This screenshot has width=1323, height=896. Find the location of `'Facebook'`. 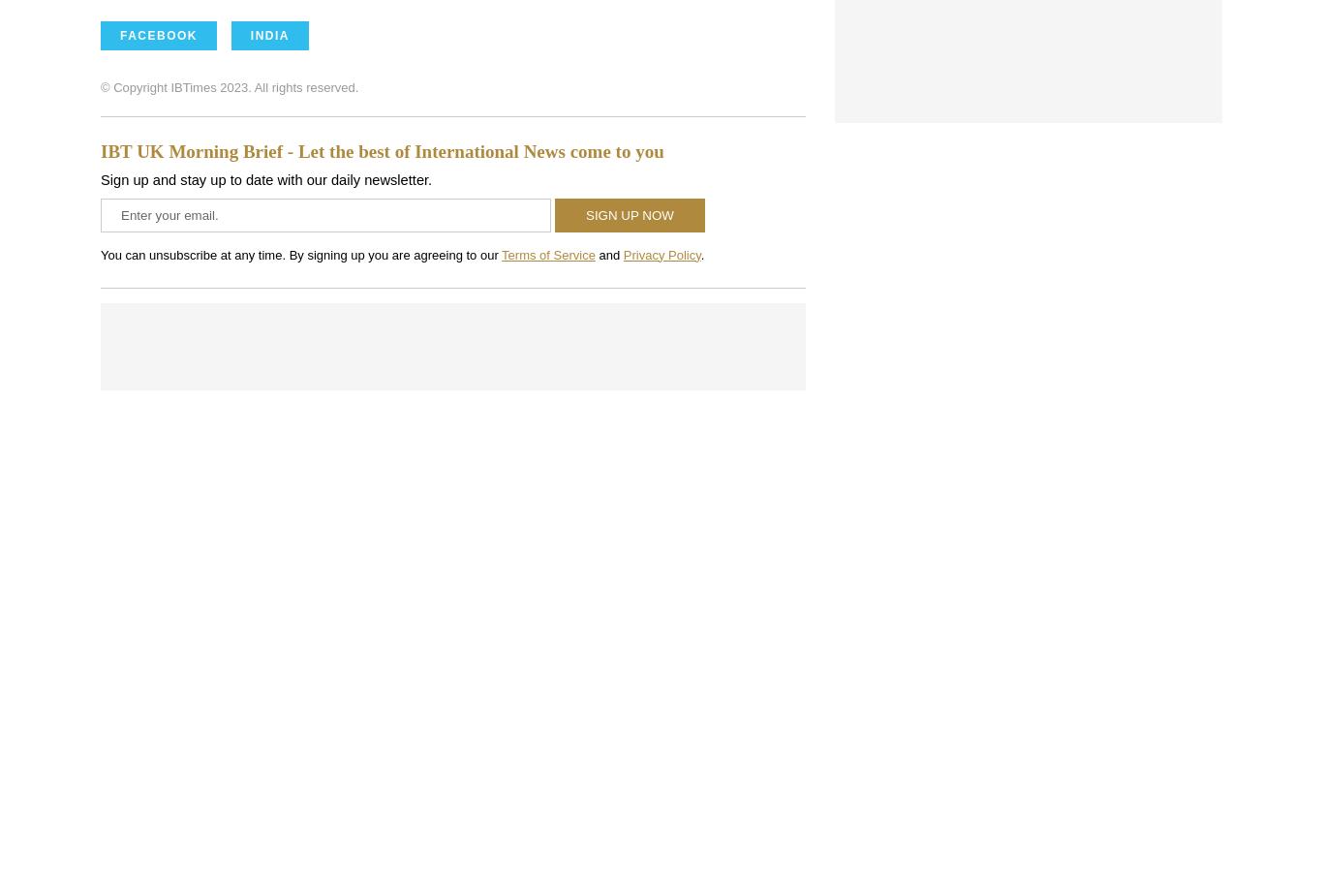

'Facebook' is located at coordinates (158, 33).